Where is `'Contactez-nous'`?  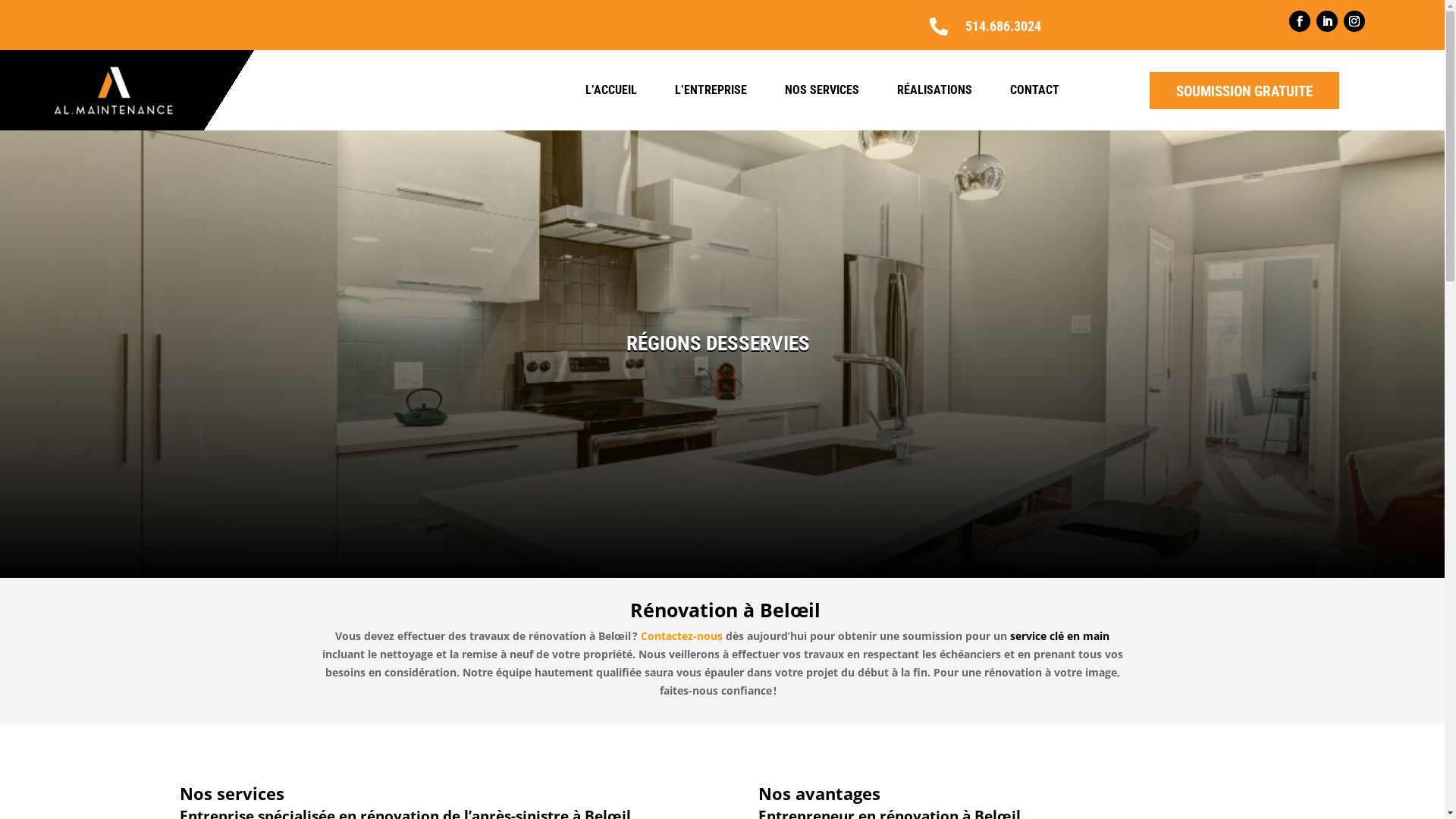 'Contactez-nous' is located at coordinates (682, 635).